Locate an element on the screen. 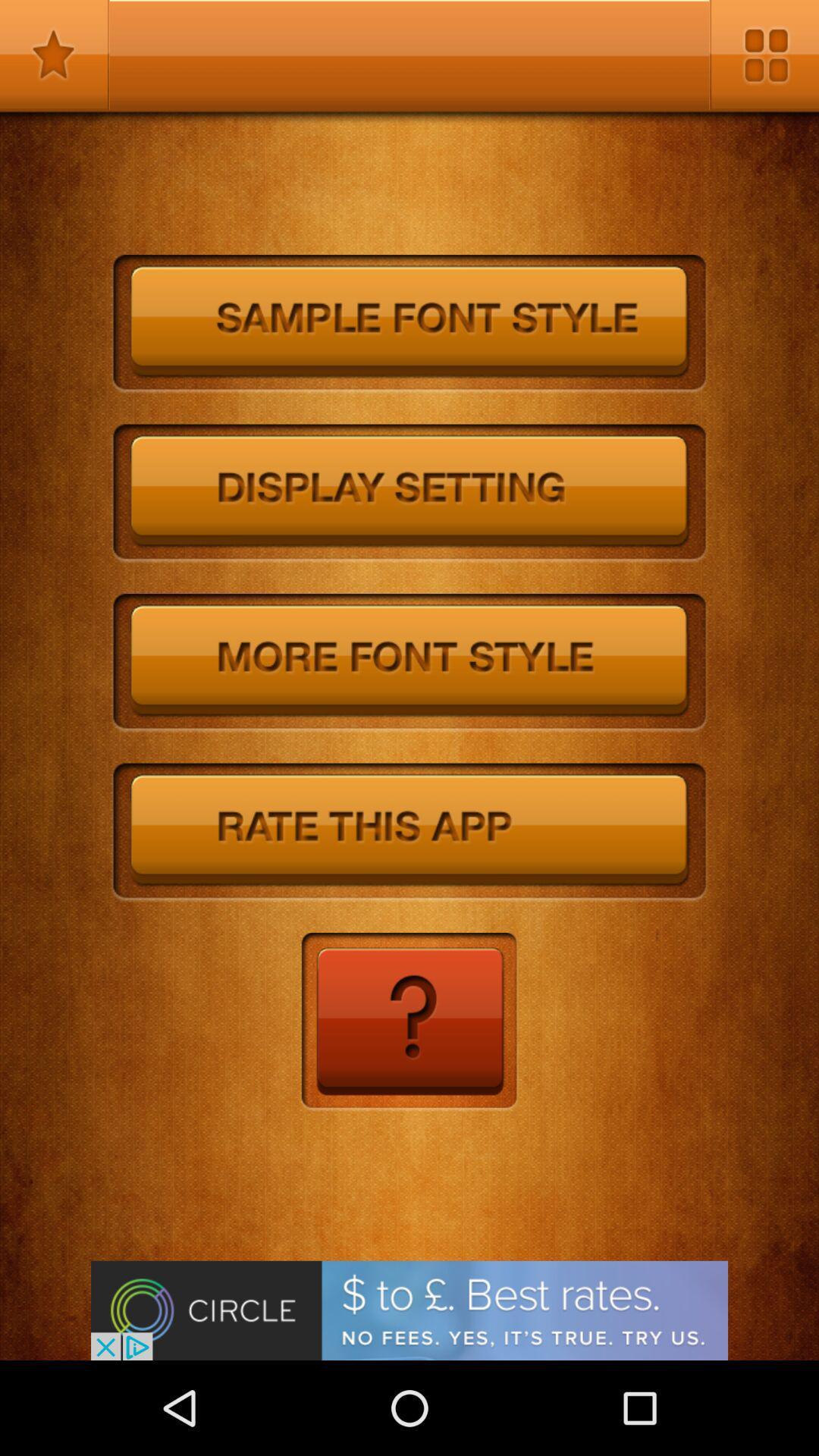  this advertisement is located at coordinates (409, 1310).